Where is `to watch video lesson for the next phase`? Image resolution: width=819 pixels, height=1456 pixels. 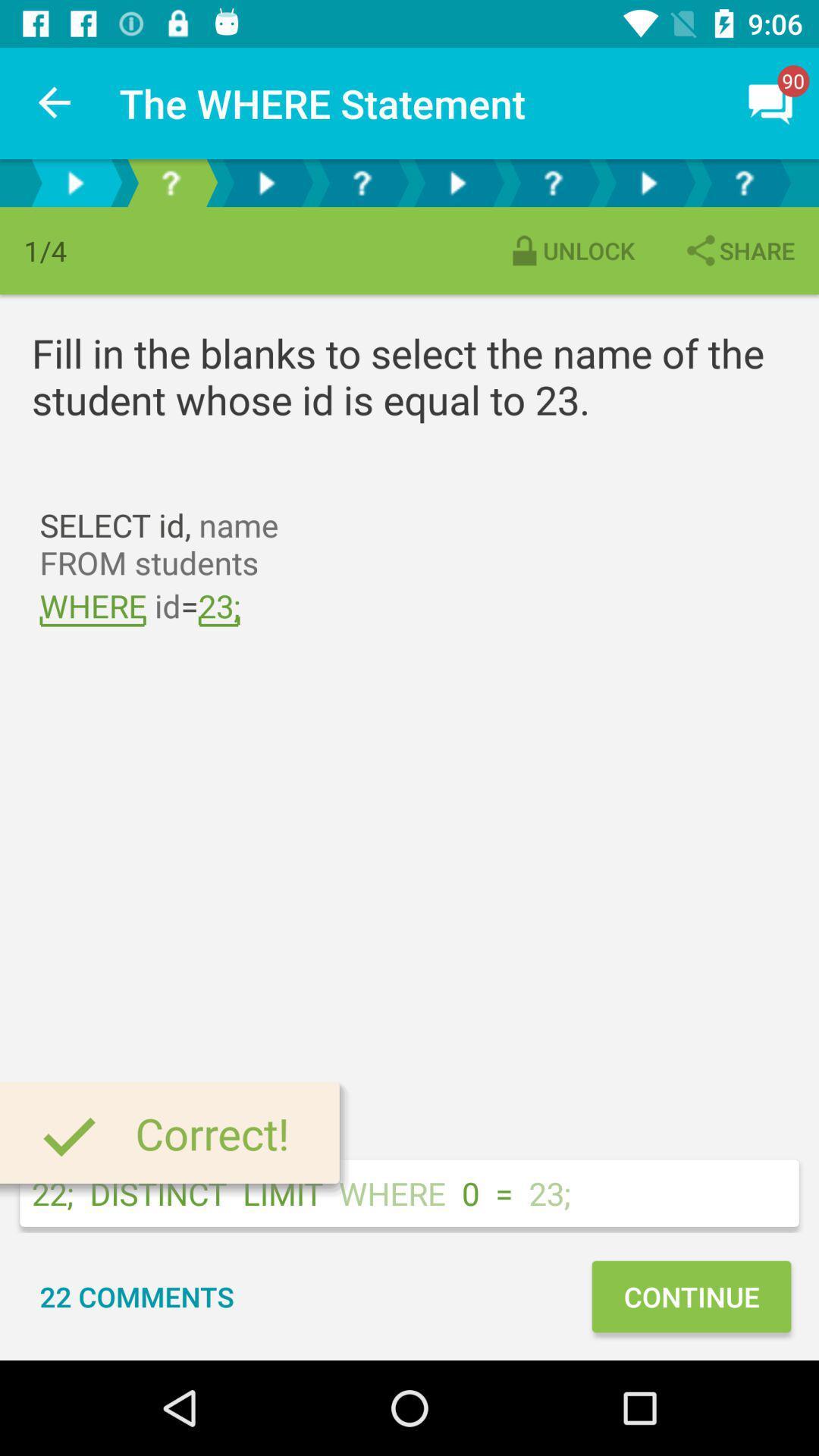
to watch video lesson for the next phase is located at coordinates (265, 182).